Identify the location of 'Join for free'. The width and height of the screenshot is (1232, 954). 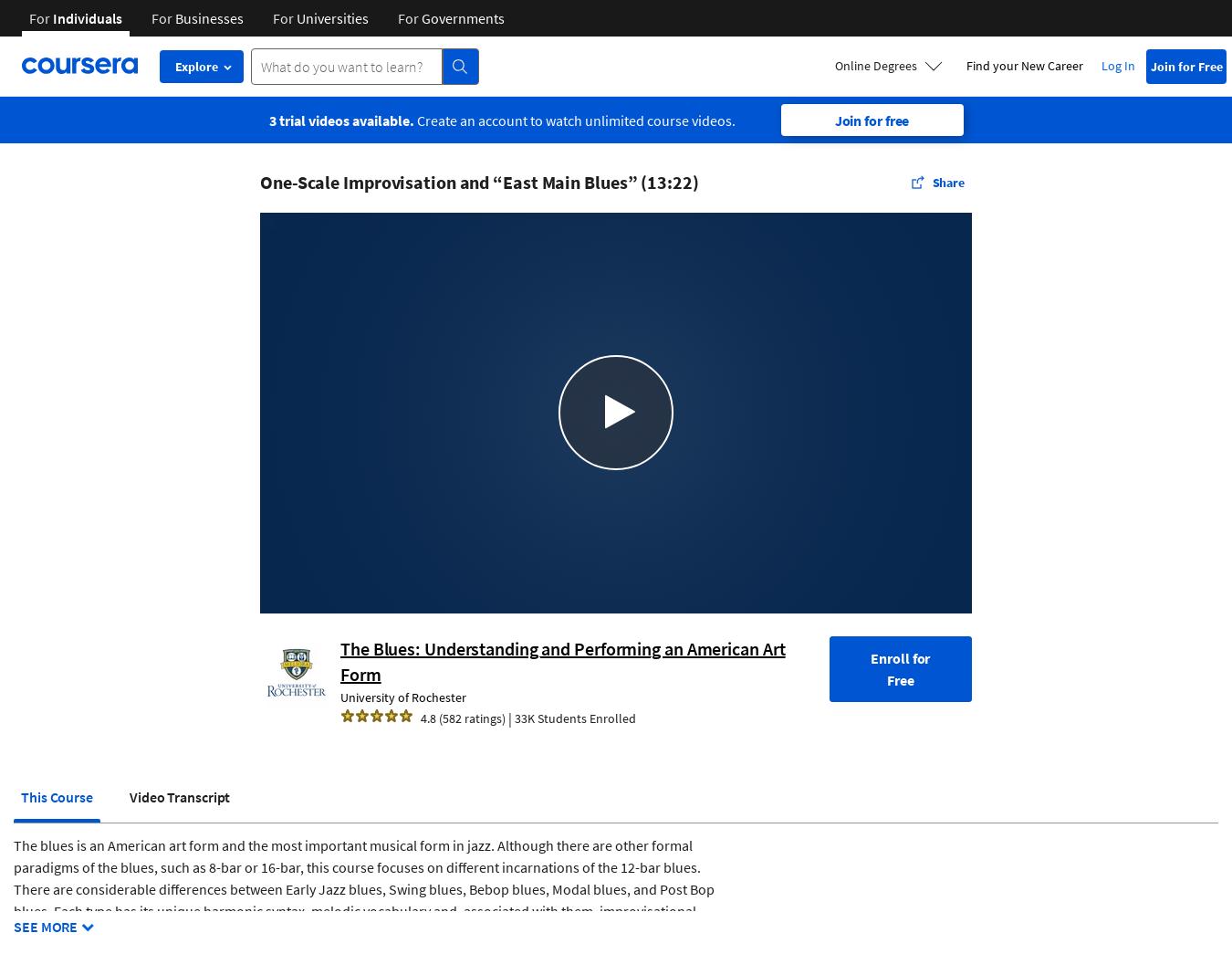
(870, 119).